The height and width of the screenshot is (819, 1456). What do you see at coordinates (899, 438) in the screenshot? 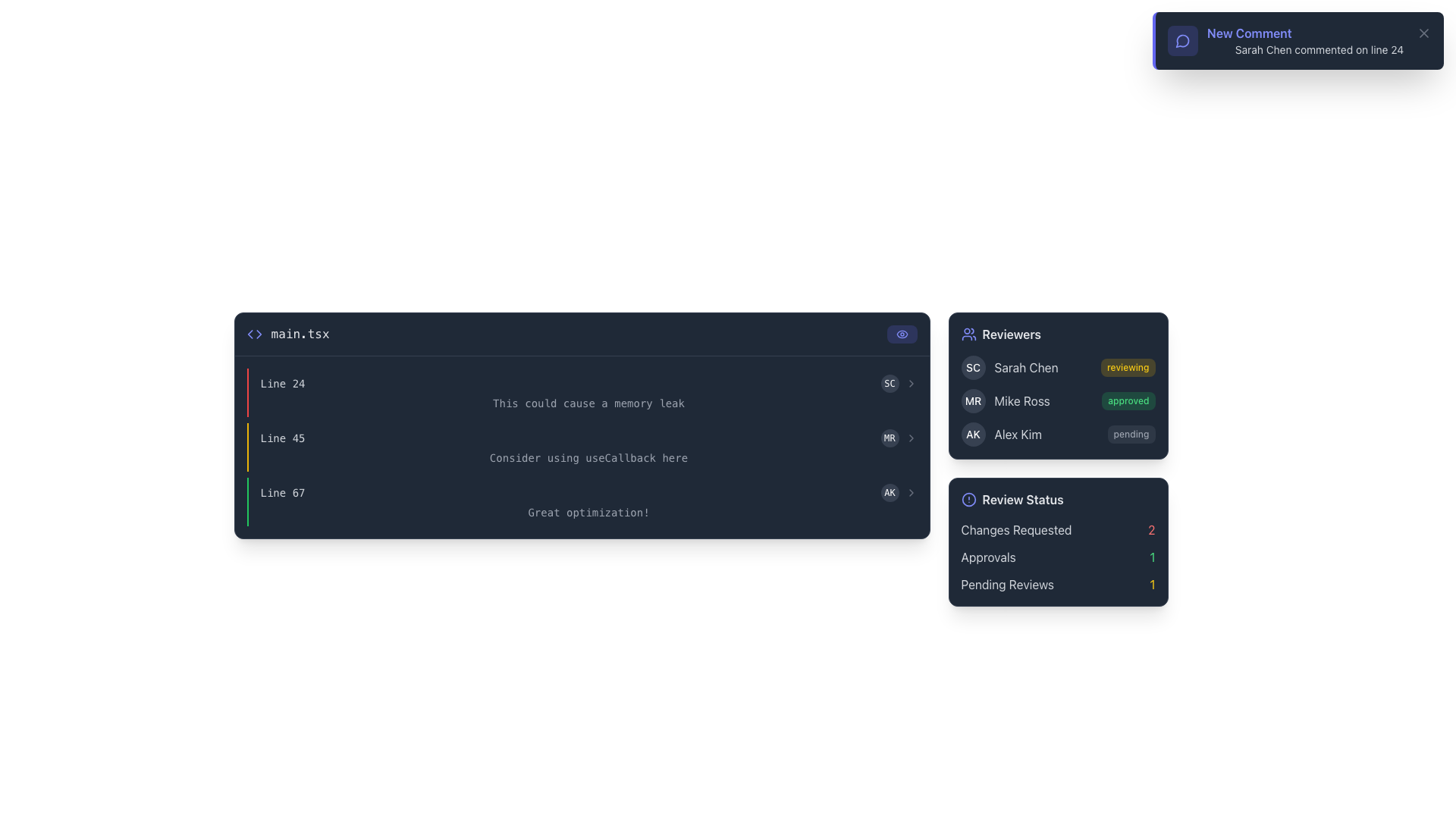
I see `the badge displaying the initials 'MR' located` at bounding box center [899, 438].